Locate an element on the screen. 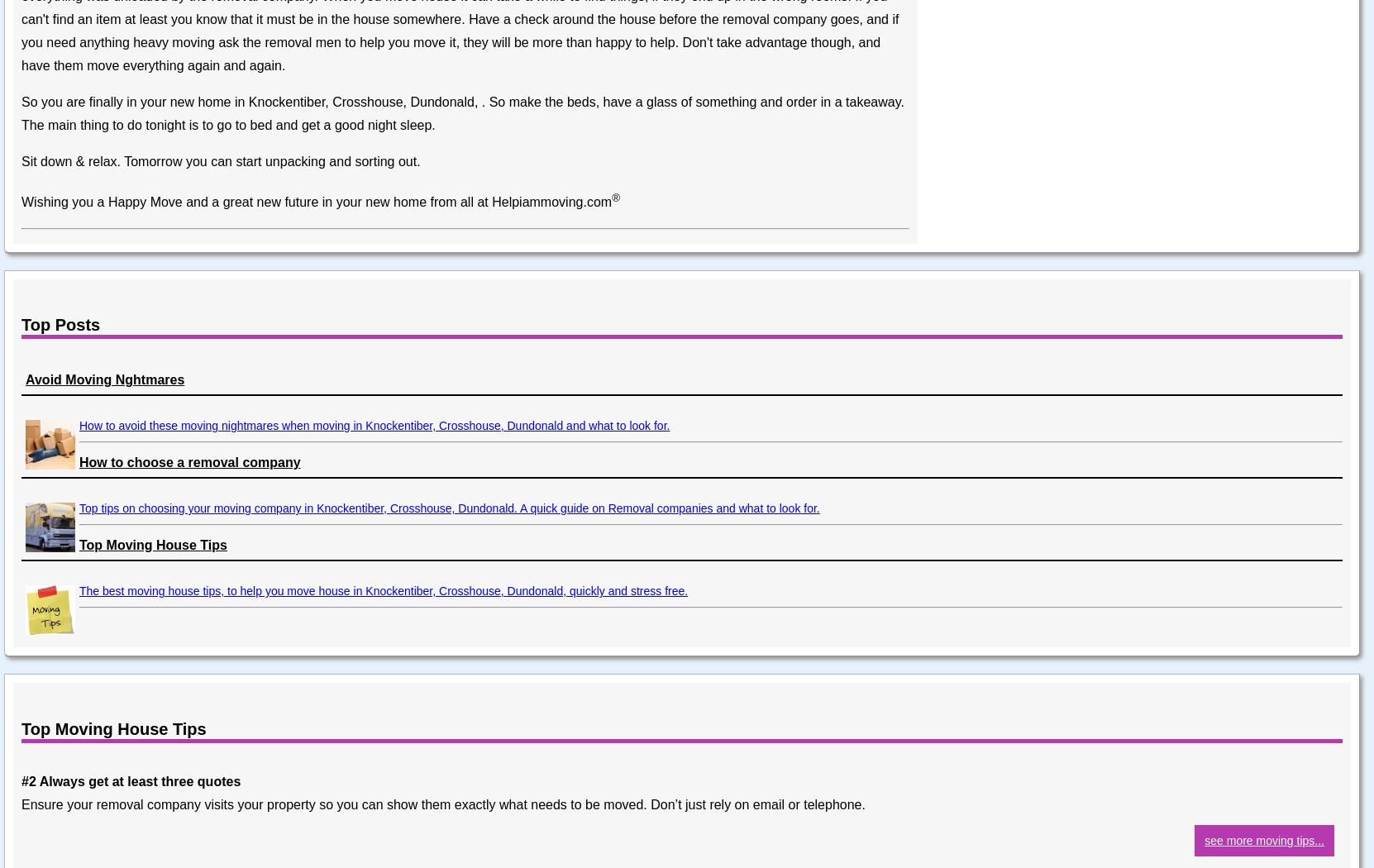  'So you are finally in your new home in Knockentiber, Crosshouse, Dundonald, . So make the beds, have a glass of something and order in a takeaway. The main thing to do tonight is to go to bed and get a good night sleep.' is located at coordinates (461, 112).